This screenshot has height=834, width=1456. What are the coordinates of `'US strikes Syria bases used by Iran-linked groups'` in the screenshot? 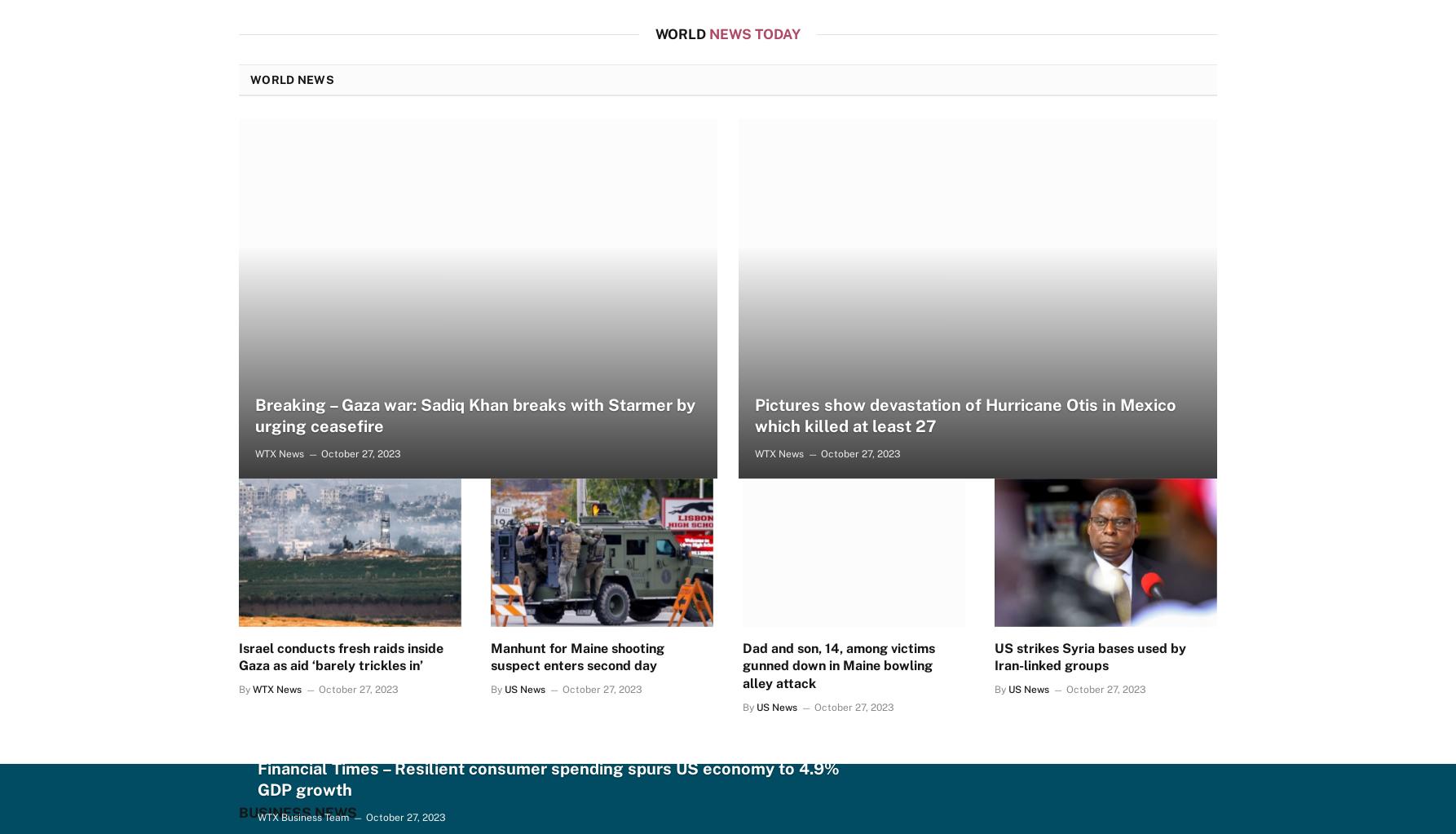 It's located at (1090, 656).